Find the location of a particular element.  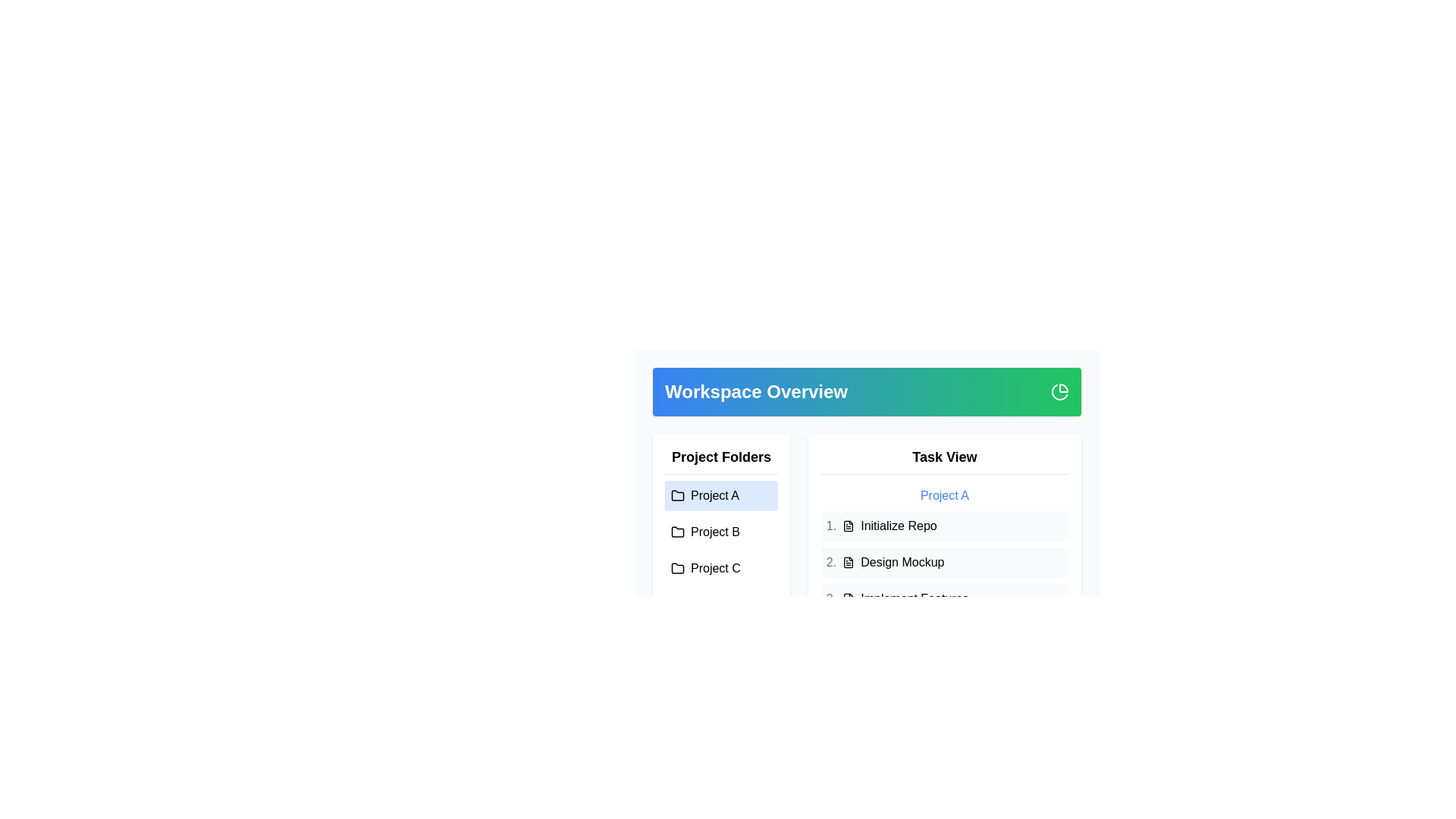

the folder icon in the 'Project Folders' section next to 'Project B' to visually identify the project is located at coordinates (676, 531).